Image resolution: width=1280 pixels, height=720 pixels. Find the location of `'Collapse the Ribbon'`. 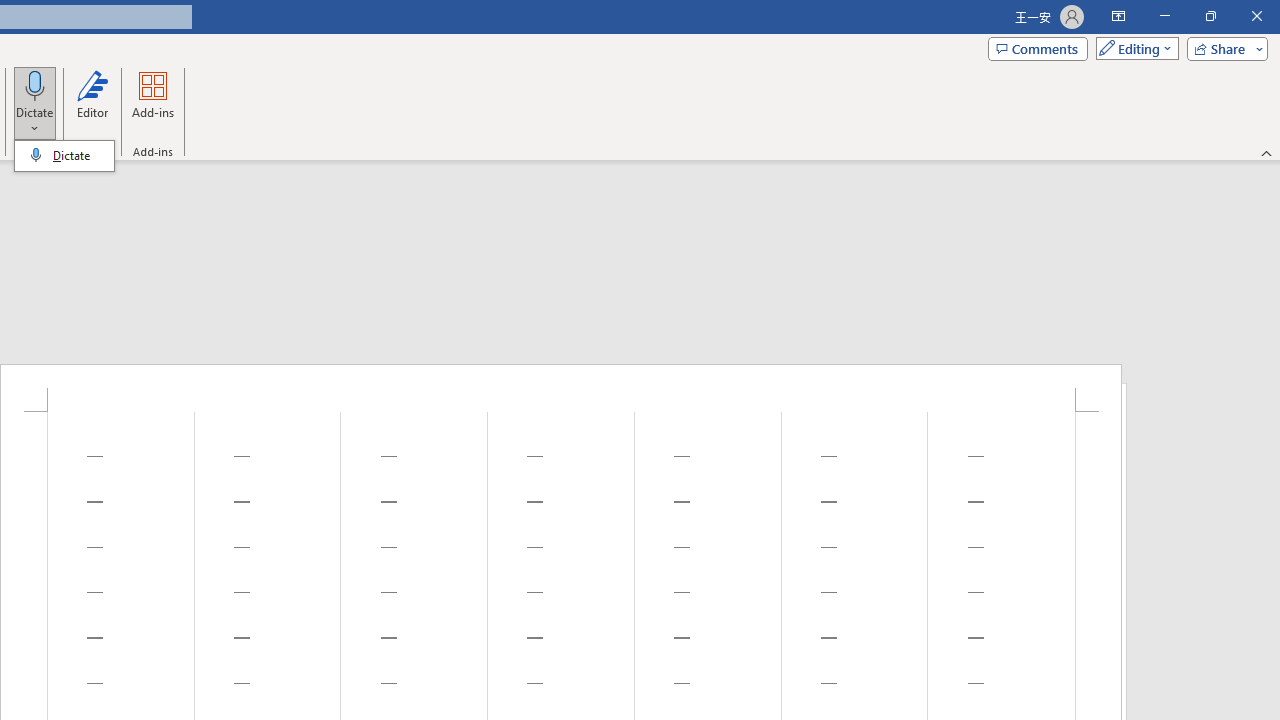

'Collapse the Ribbon' is located at coordinates (1266, 152).